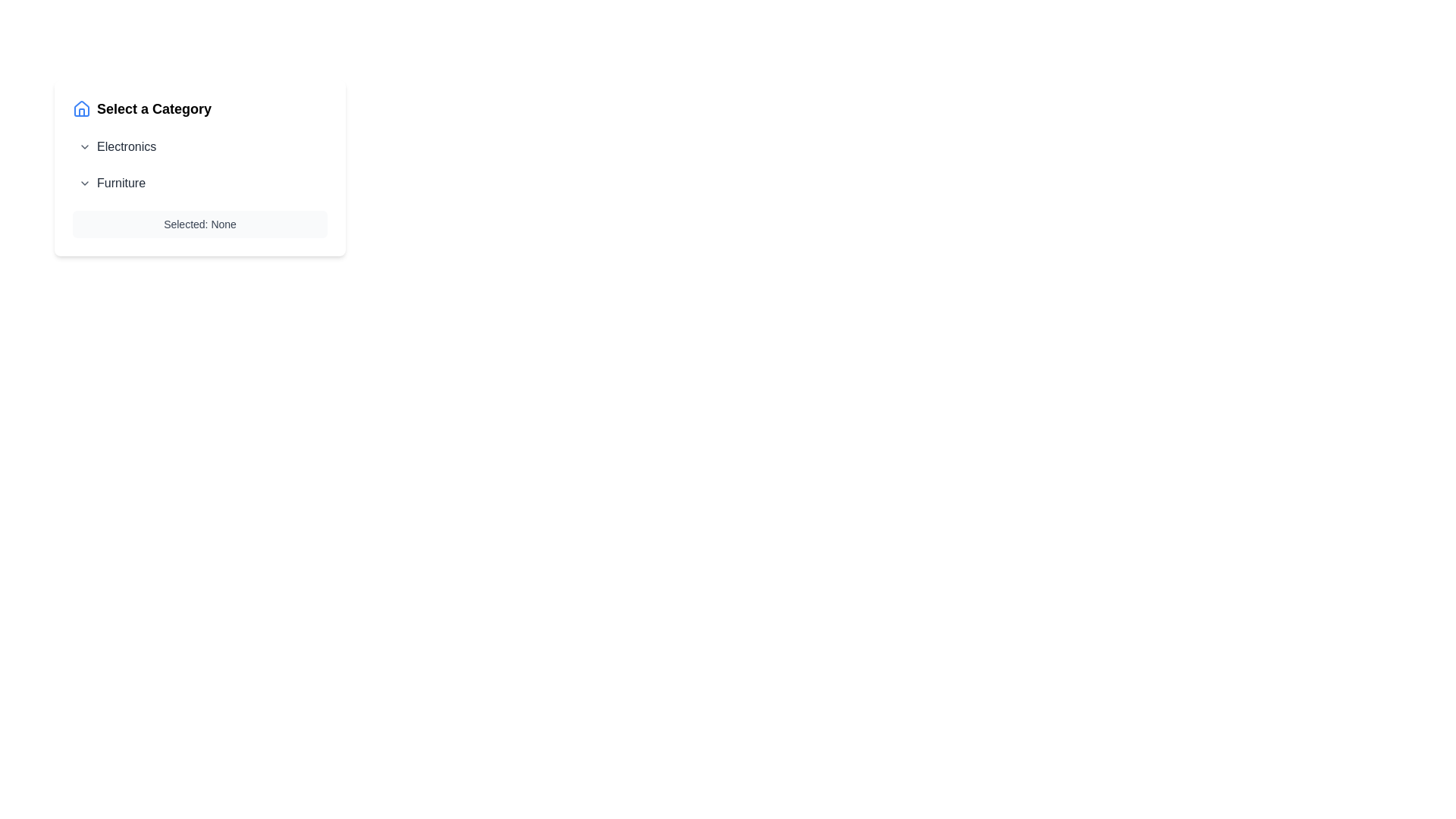 This screenshot has height=819, width=1456. I want to click on the vertical separator component of the house icon located to the left of the 'Select a Category' text header, which is centrally positioned below the triangular roof part of the icon, so click(81, 111).